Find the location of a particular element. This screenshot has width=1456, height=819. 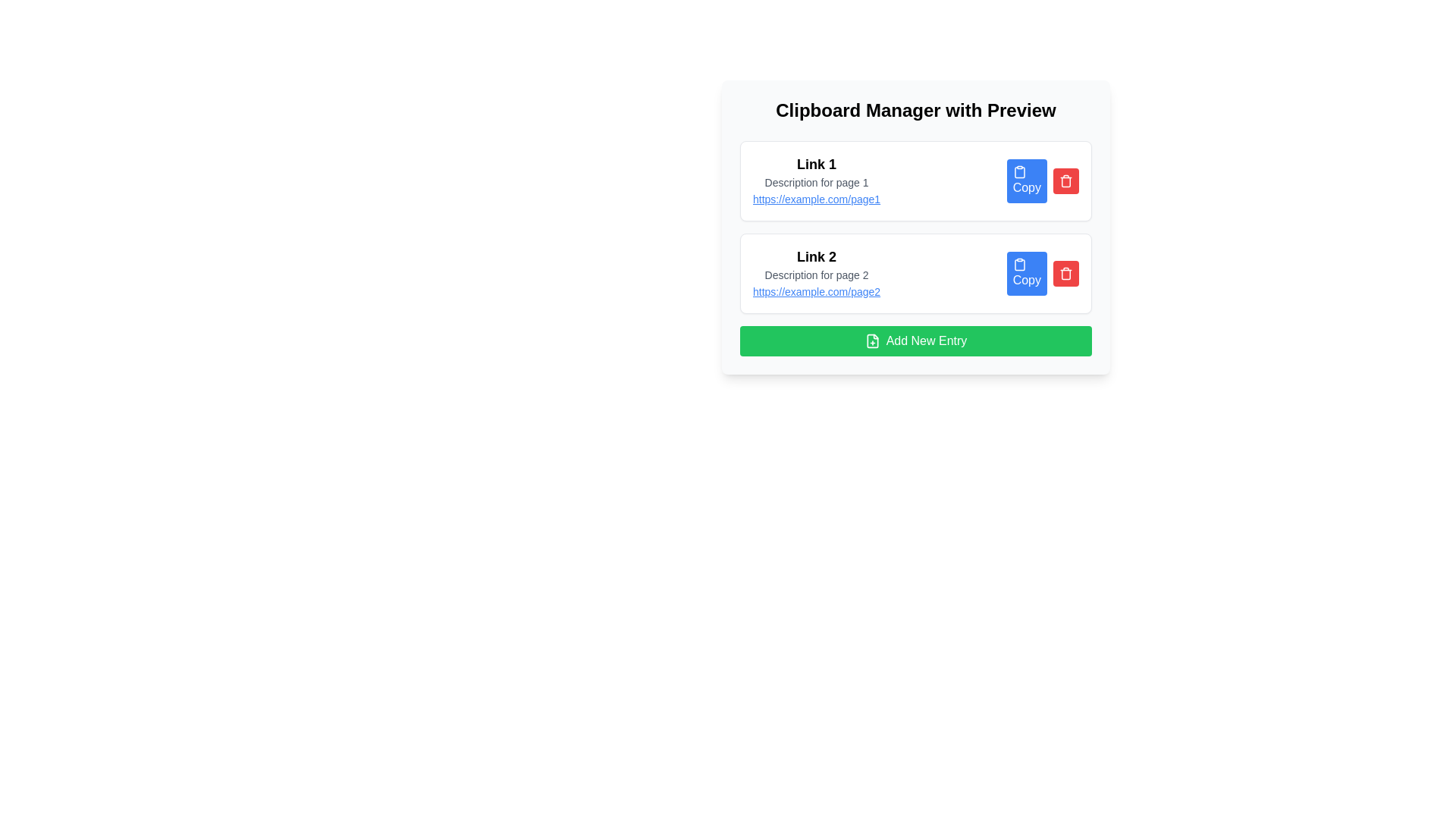

the blue, underlined hyperlink with the text 'https://example.com/page1' located below 'Description for page 1' under the title 'Link 1' is located at coordinates (816, 198).